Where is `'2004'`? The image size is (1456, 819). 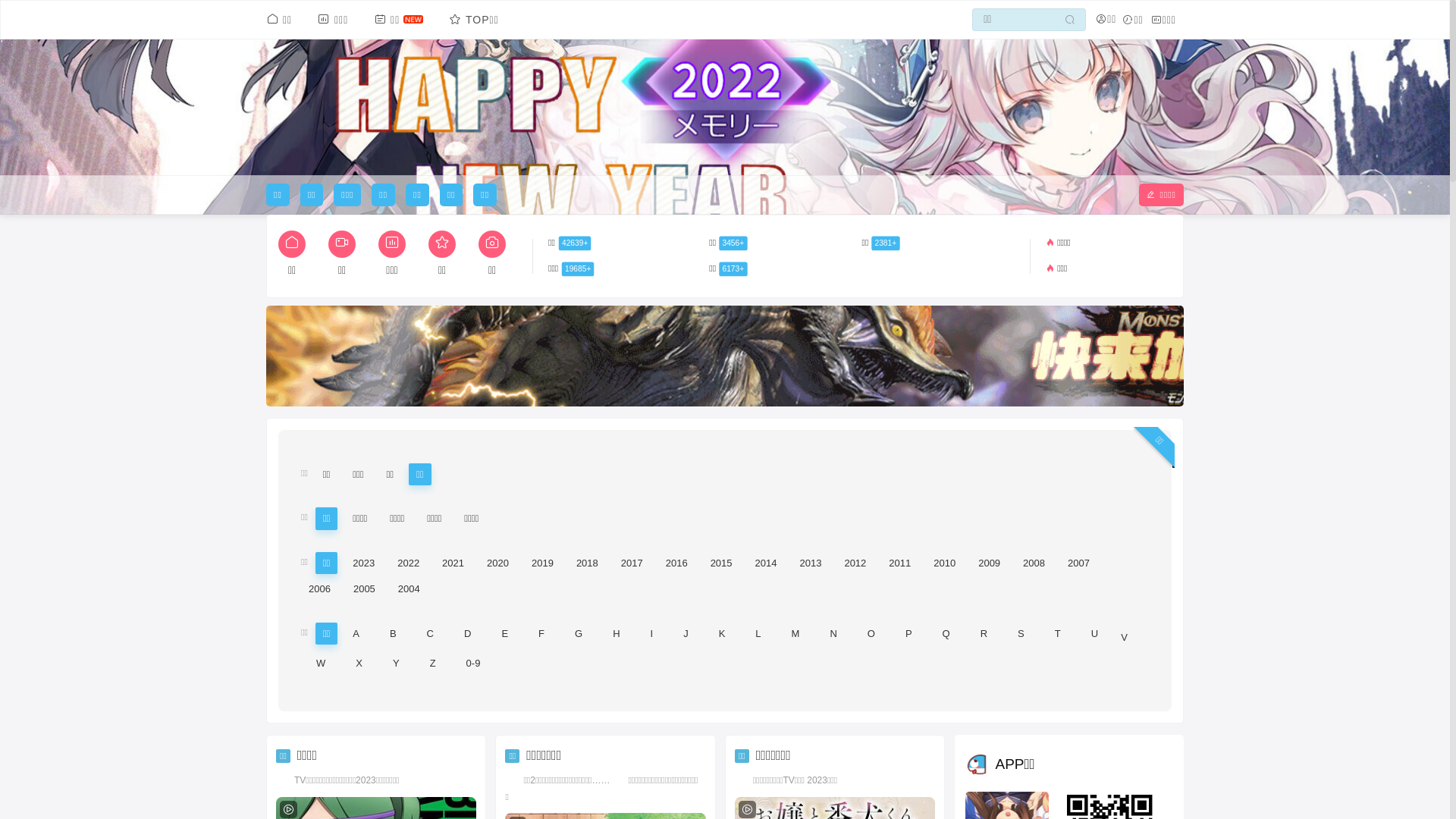
'2004' is located at coordinates (390, 588).